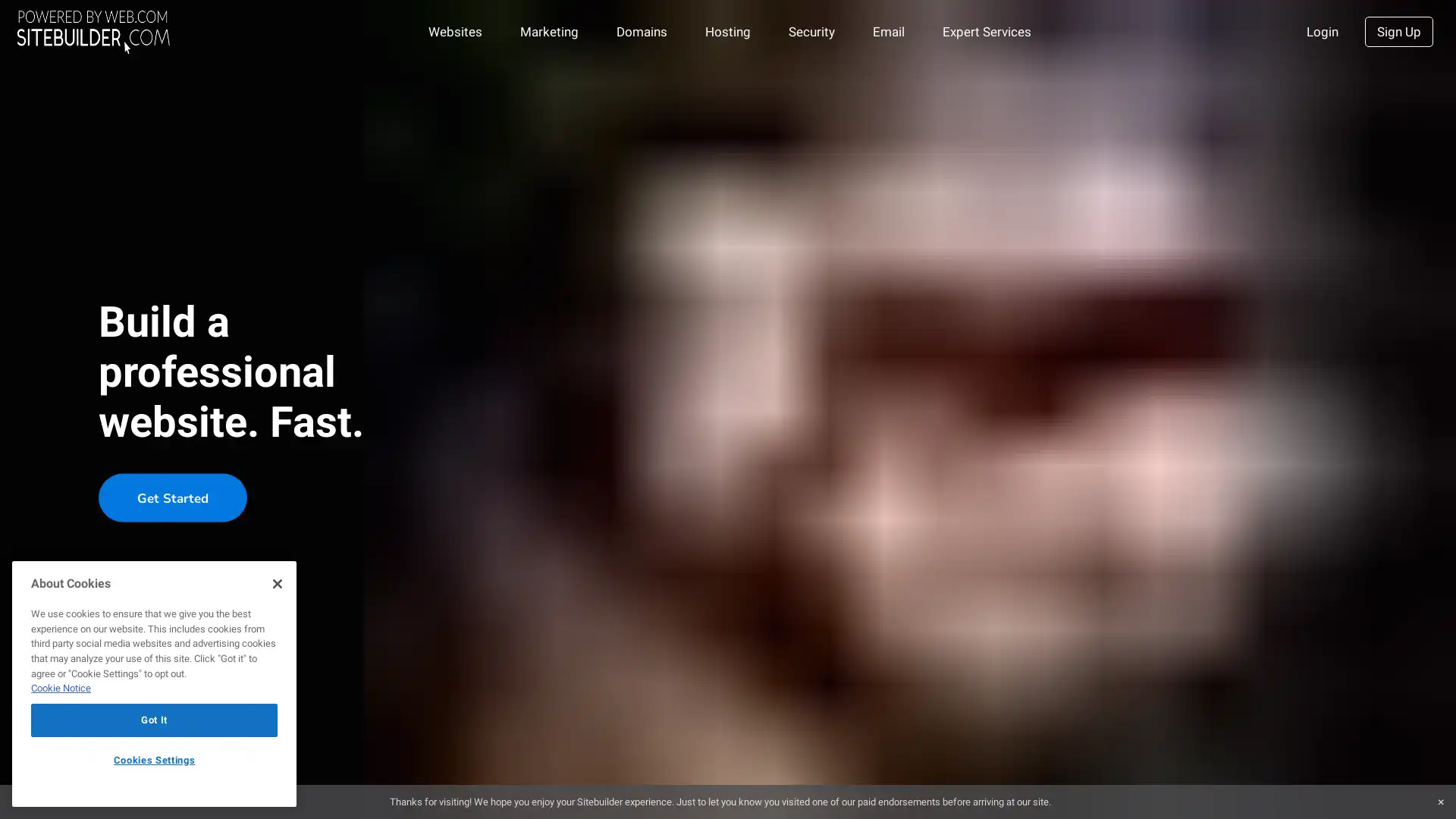 The width and height of the screenshot is (1456, 819). What do you see at coordinates (154, 760) in the screenshot?
I see `Cookies Settings` at bounding box center [154, 760].